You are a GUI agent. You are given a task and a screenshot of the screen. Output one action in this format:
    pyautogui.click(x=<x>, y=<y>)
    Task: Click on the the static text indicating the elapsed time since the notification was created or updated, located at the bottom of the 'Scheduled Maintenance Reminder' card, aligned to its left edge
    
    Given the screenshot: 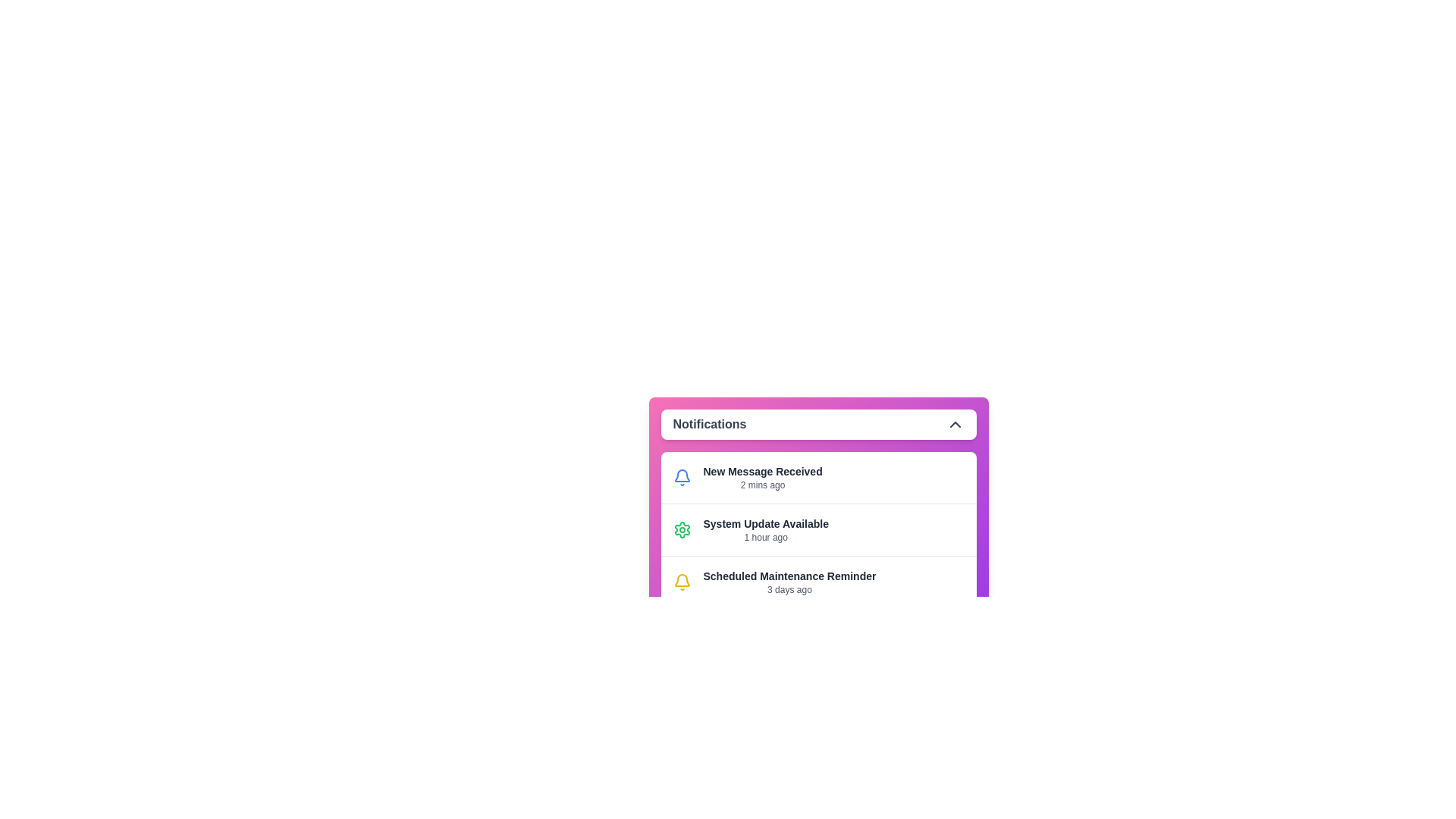 What is the action you would take?
    pyautogui.click(x=789, y=589)
    